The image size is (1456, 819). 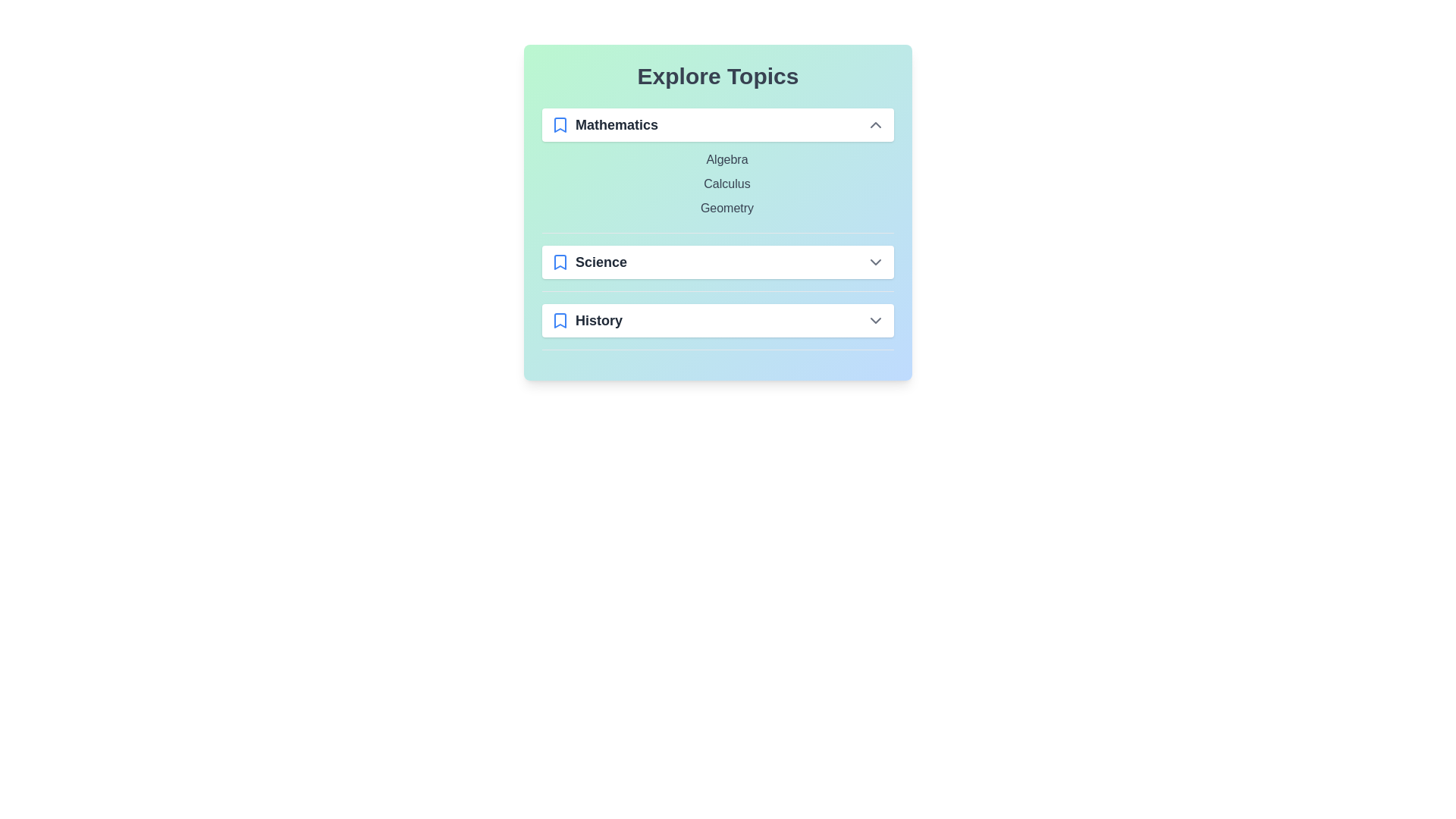 What do you see at coordinates (560, 262) in the screenshot?
I see `the bookmark icon for the Science category` at bounding box center [560, 262].